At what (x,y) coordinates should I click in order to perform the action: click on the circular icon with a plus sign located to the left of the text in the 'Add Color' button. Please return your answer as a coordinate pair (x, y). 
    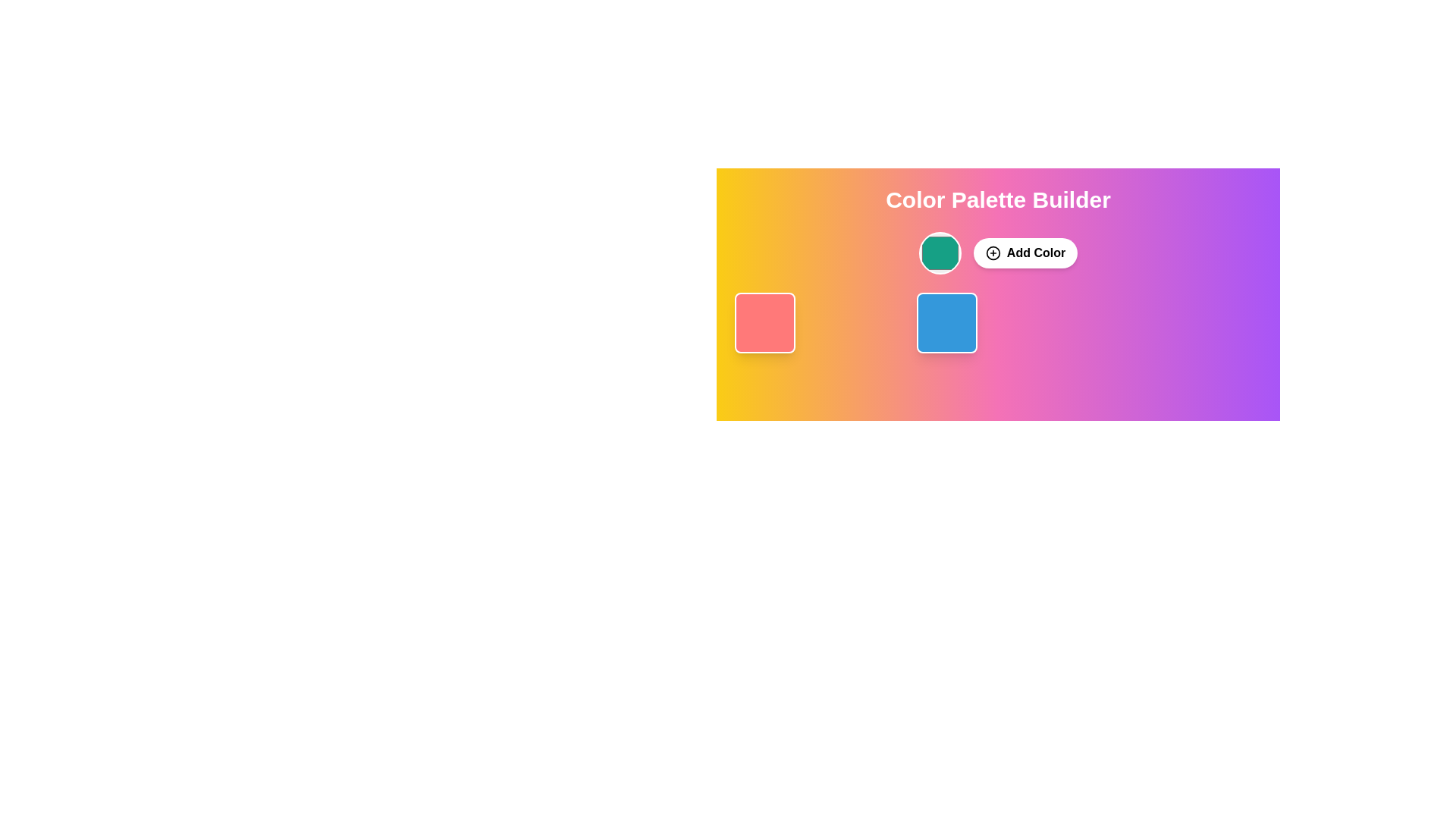
    Looking at the image, I should click on (993, 253).